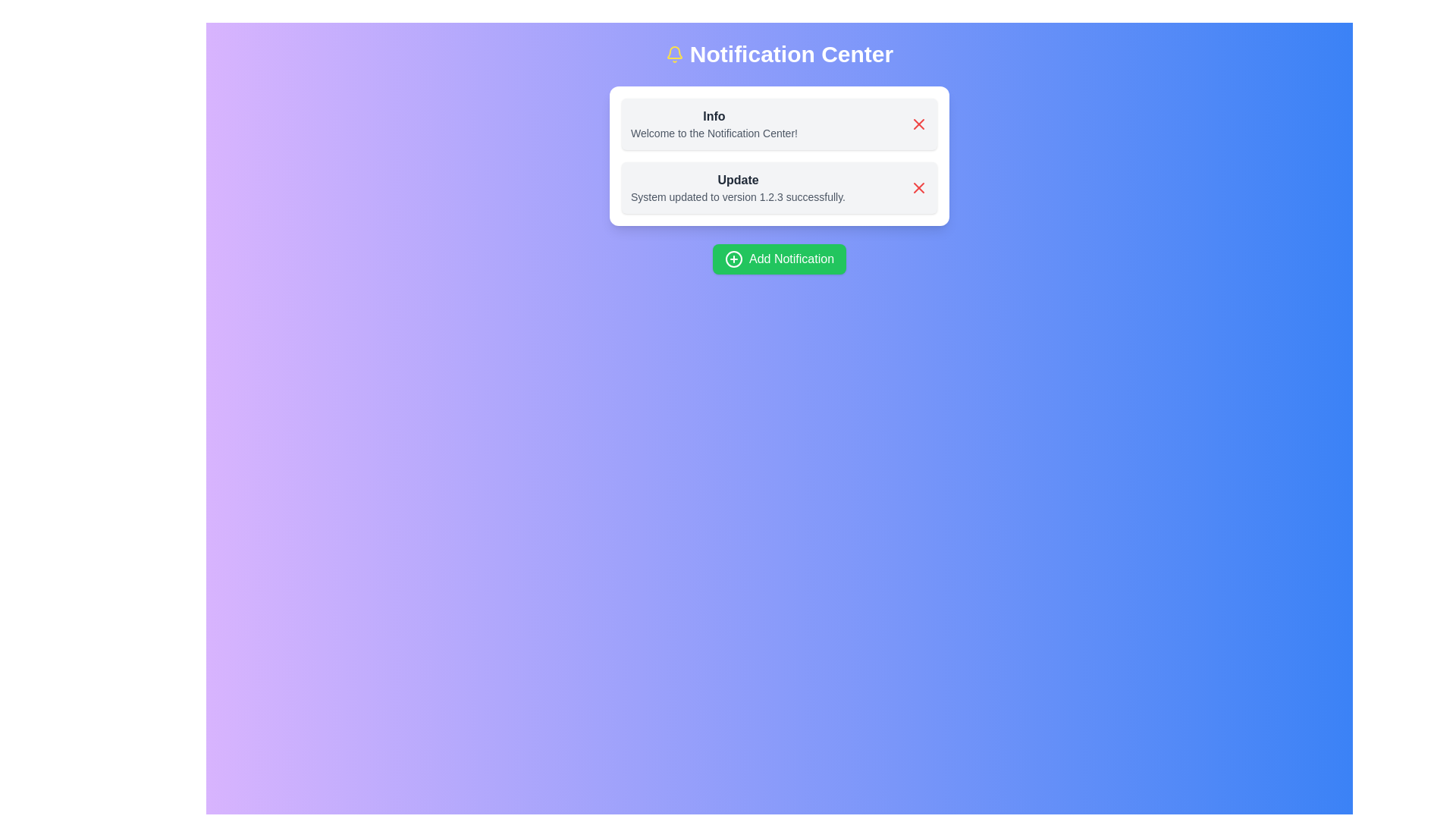 The image size is (1456, 819). Describe the element at coordinates (918, 187) in the screenshot. I see `the Close button located within the second notification card, which is associated with the 'Update' text label` at that location.